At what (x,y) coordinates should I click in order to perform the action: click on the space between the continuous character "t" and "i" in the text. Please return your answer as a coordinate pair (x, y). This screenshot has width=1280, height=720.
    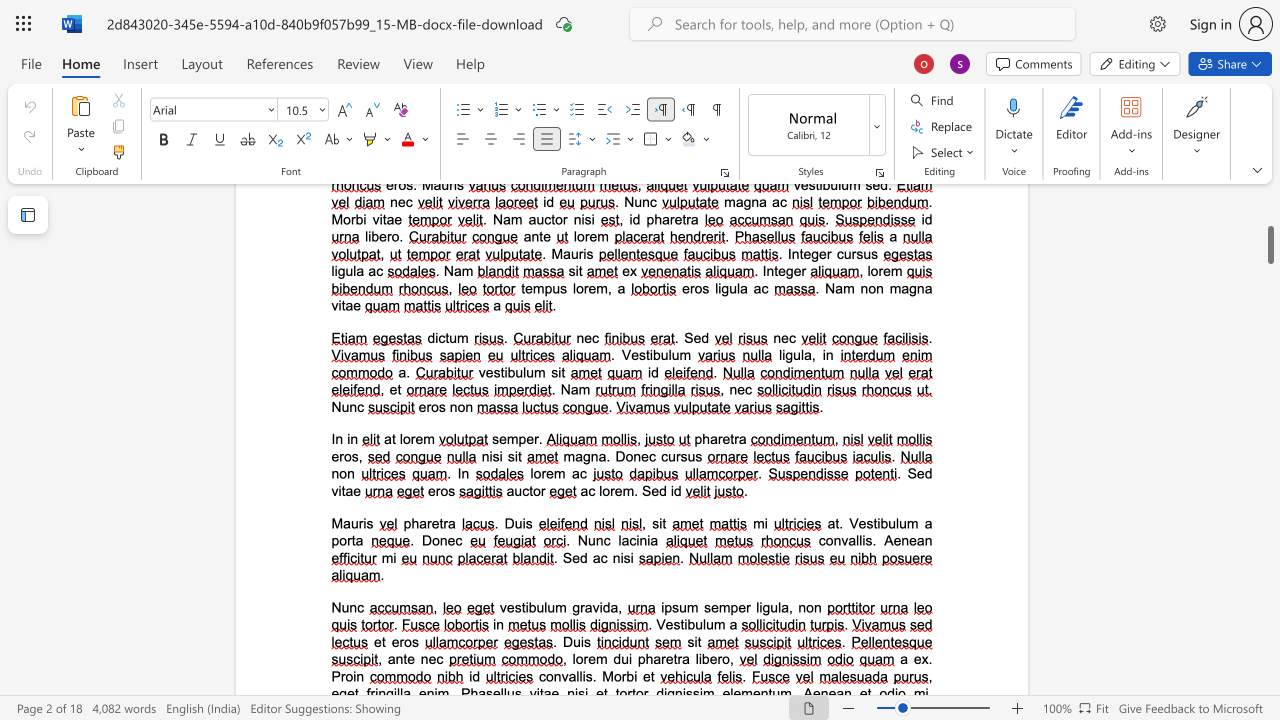
    Looking at the image, I should click on (684, 623).